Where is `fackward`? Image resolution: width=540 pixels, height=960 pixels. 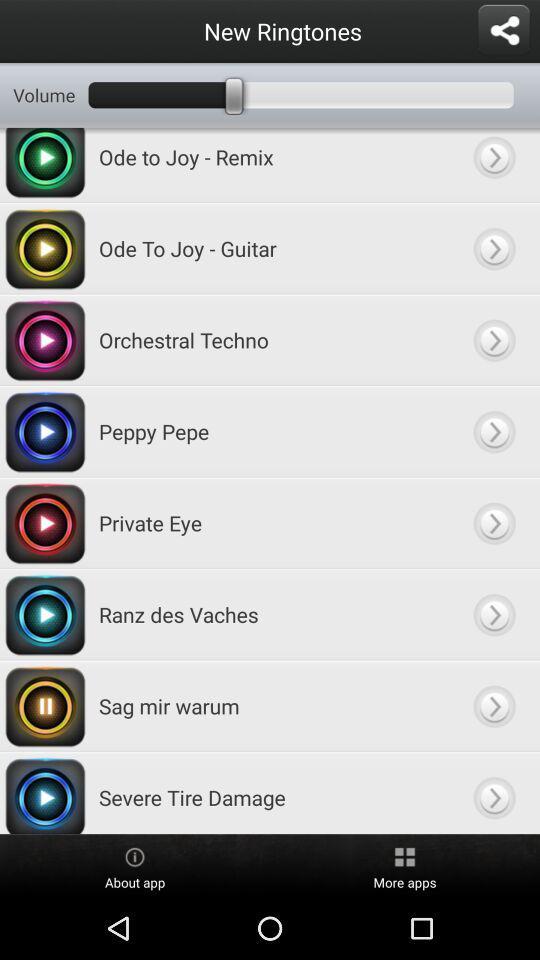
fackward is located at coordinates (493, 522).